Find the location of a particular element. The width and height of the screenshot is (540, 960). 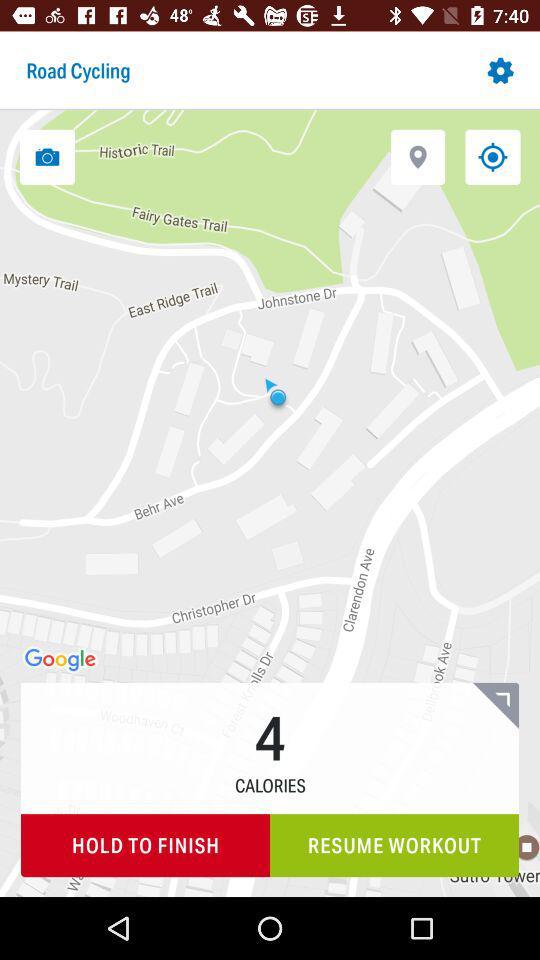

icon above the 4 is located at coordinates (417, 156).